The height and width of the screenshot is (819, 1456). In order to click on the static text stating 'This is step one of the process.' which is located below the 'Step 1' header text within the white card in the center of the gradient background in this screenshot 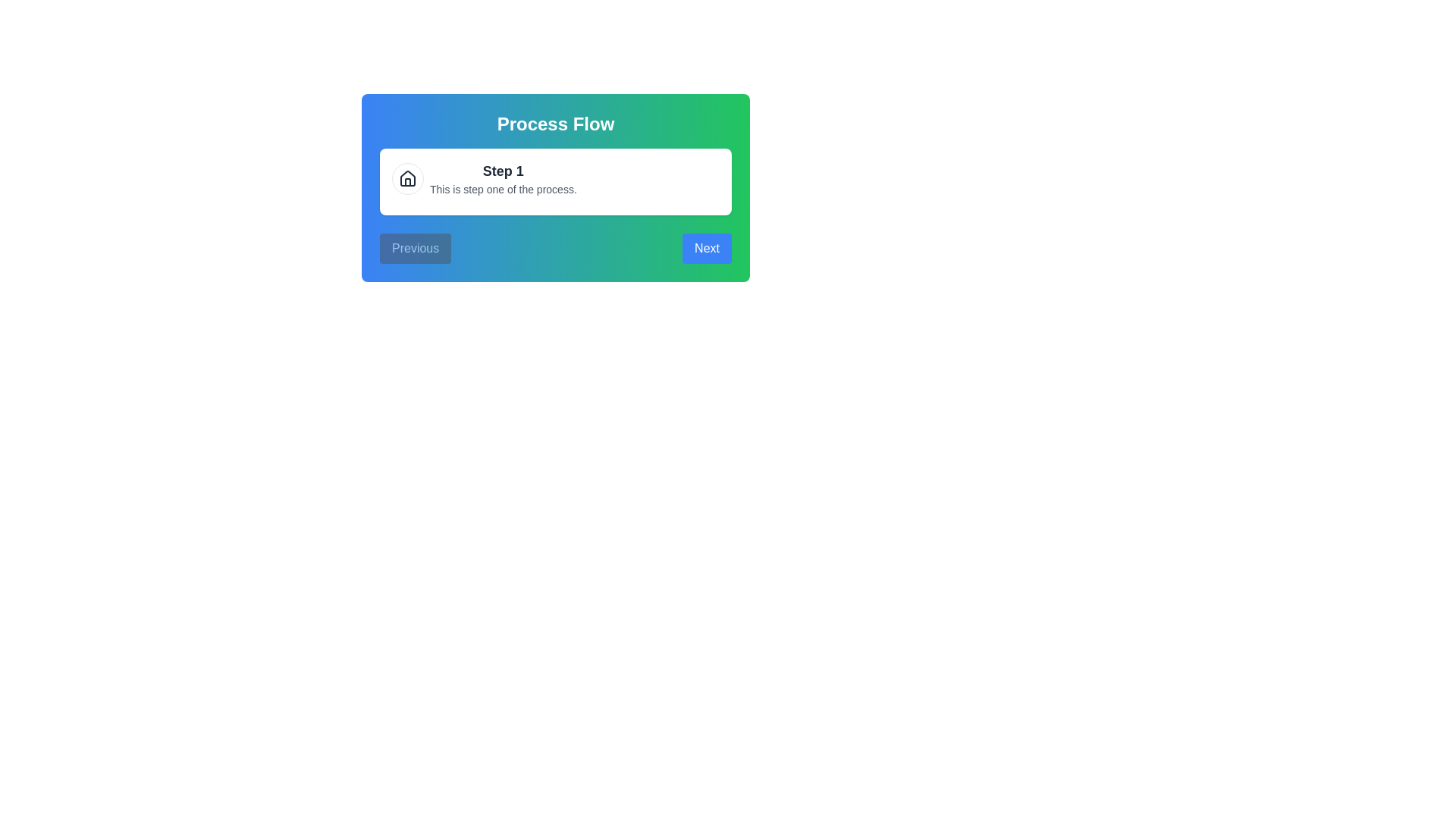, I will do `click(503, 189)`.